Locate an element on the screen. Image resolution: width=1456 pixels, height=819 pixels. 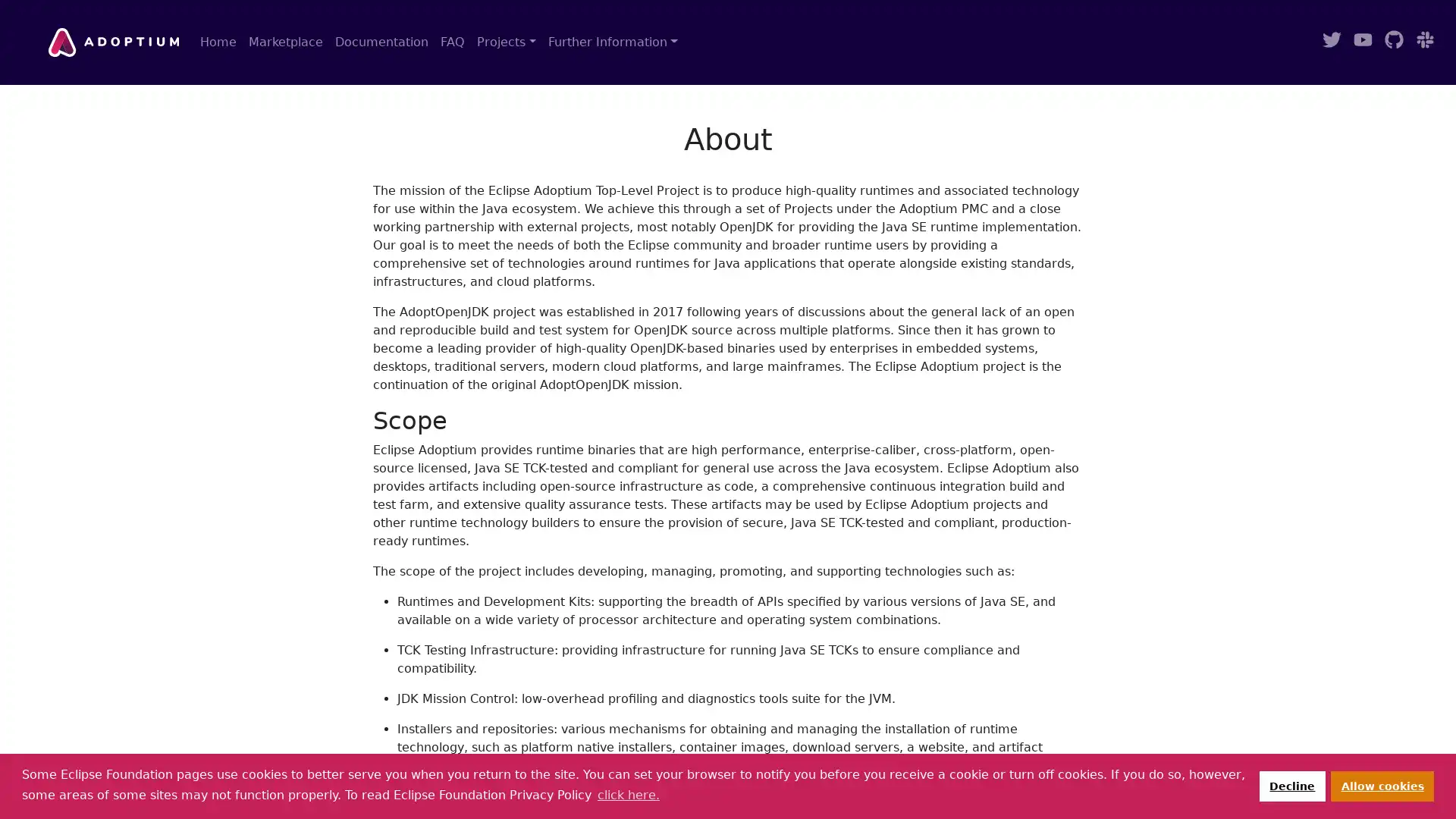
learn more about cookies is located at coordinates (628, 794).